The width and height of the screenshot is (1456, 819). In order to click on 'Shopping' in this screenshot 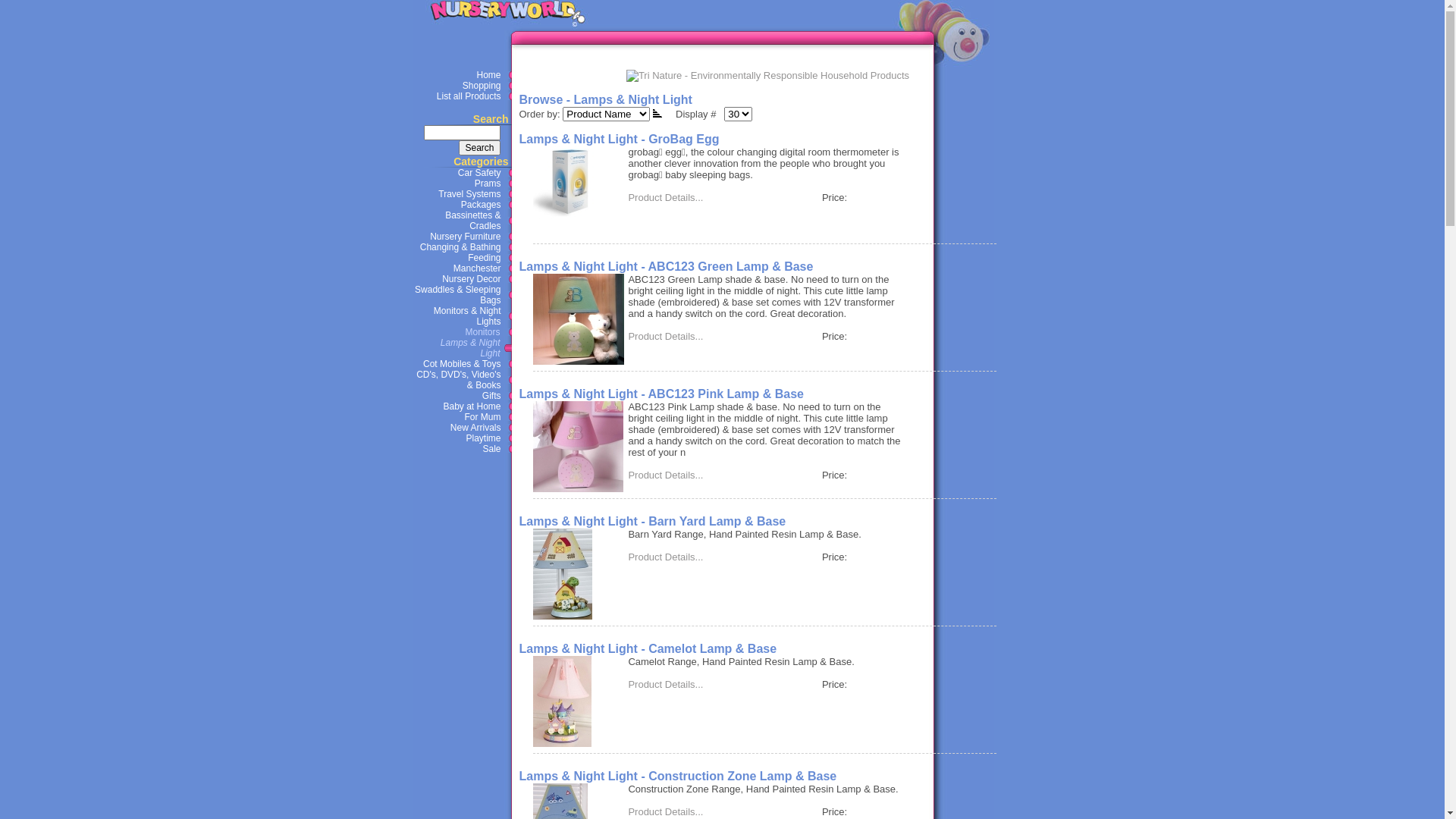, I will do `click(412, 85)`.